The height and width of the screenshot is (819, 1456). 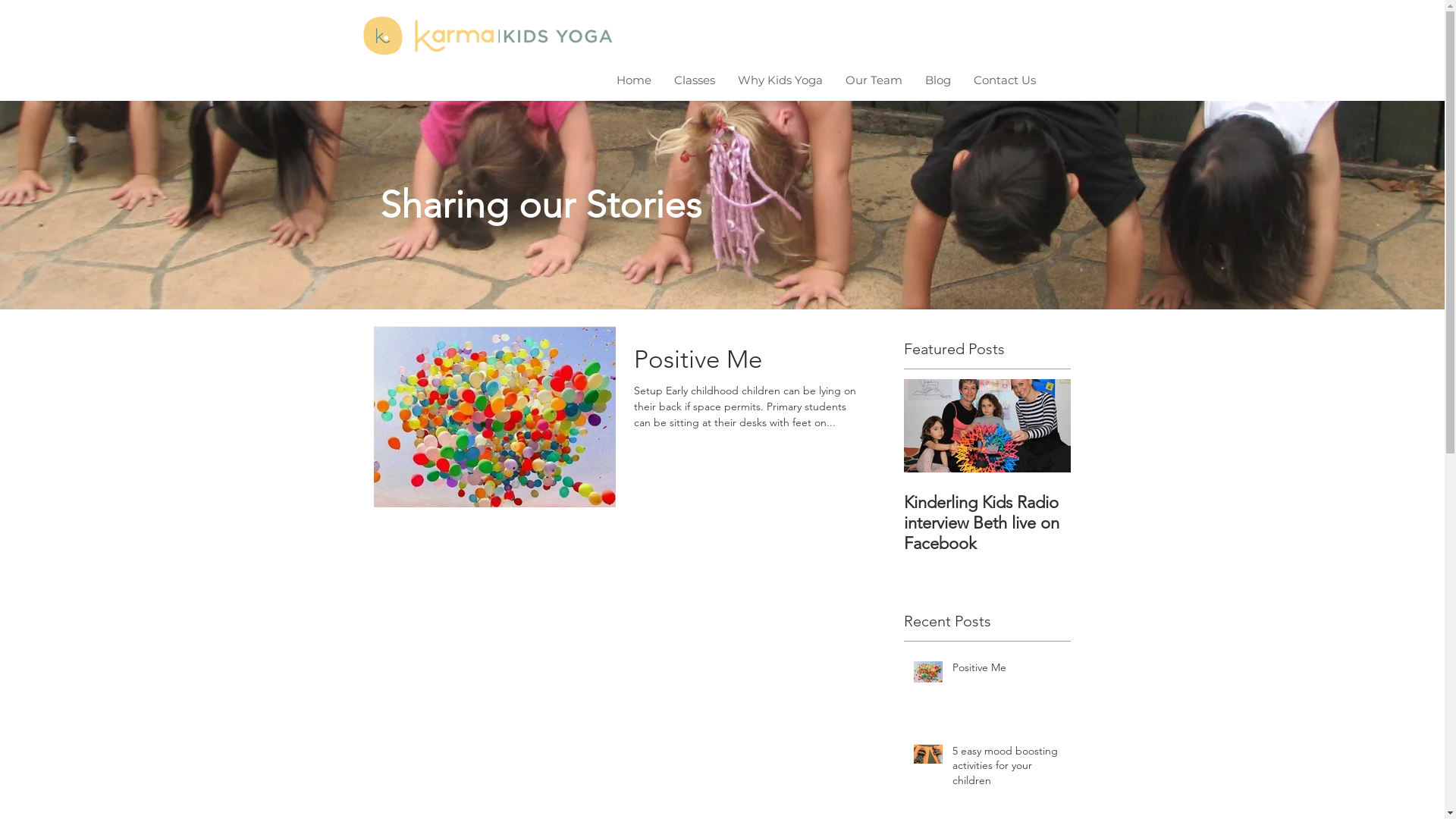 I want to click on 'Classes', so click(x=694, y=80).